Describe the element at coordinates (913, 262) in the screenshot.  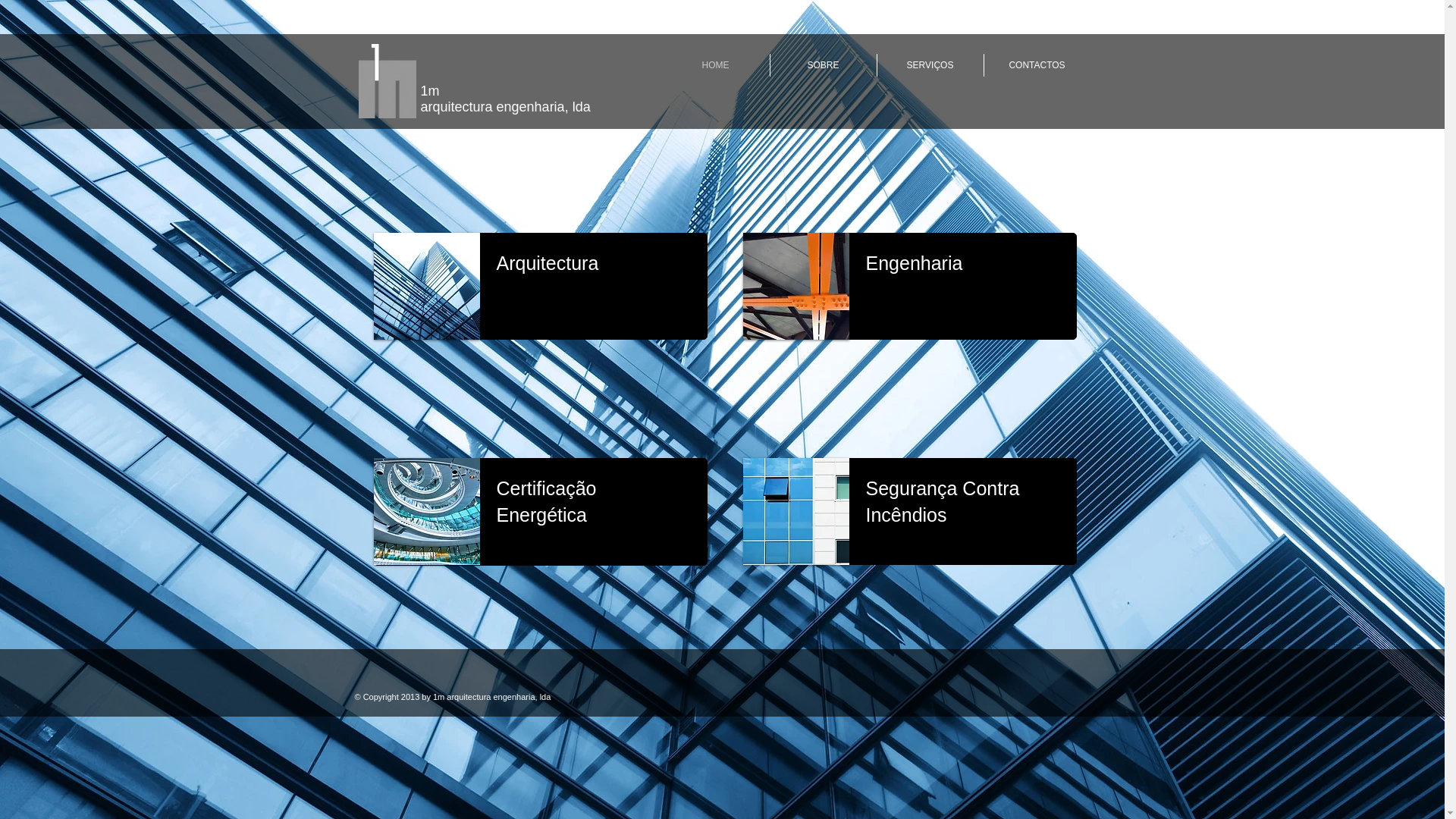
I see `'Engenharia'` at that location.